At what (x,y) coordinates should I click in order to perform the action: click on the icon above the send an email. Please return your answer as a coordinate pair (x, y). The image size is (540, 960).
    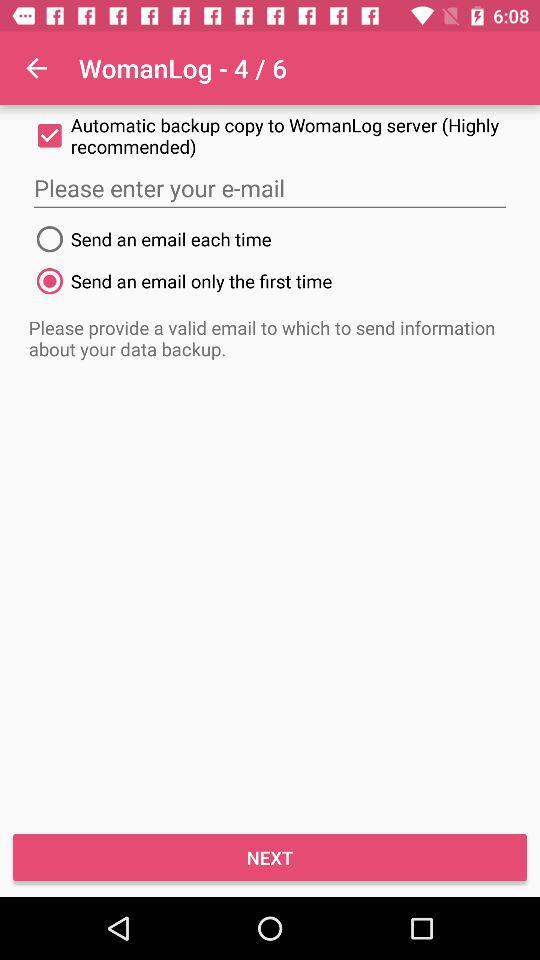
    Looking at the image, I should click on (270, 188).